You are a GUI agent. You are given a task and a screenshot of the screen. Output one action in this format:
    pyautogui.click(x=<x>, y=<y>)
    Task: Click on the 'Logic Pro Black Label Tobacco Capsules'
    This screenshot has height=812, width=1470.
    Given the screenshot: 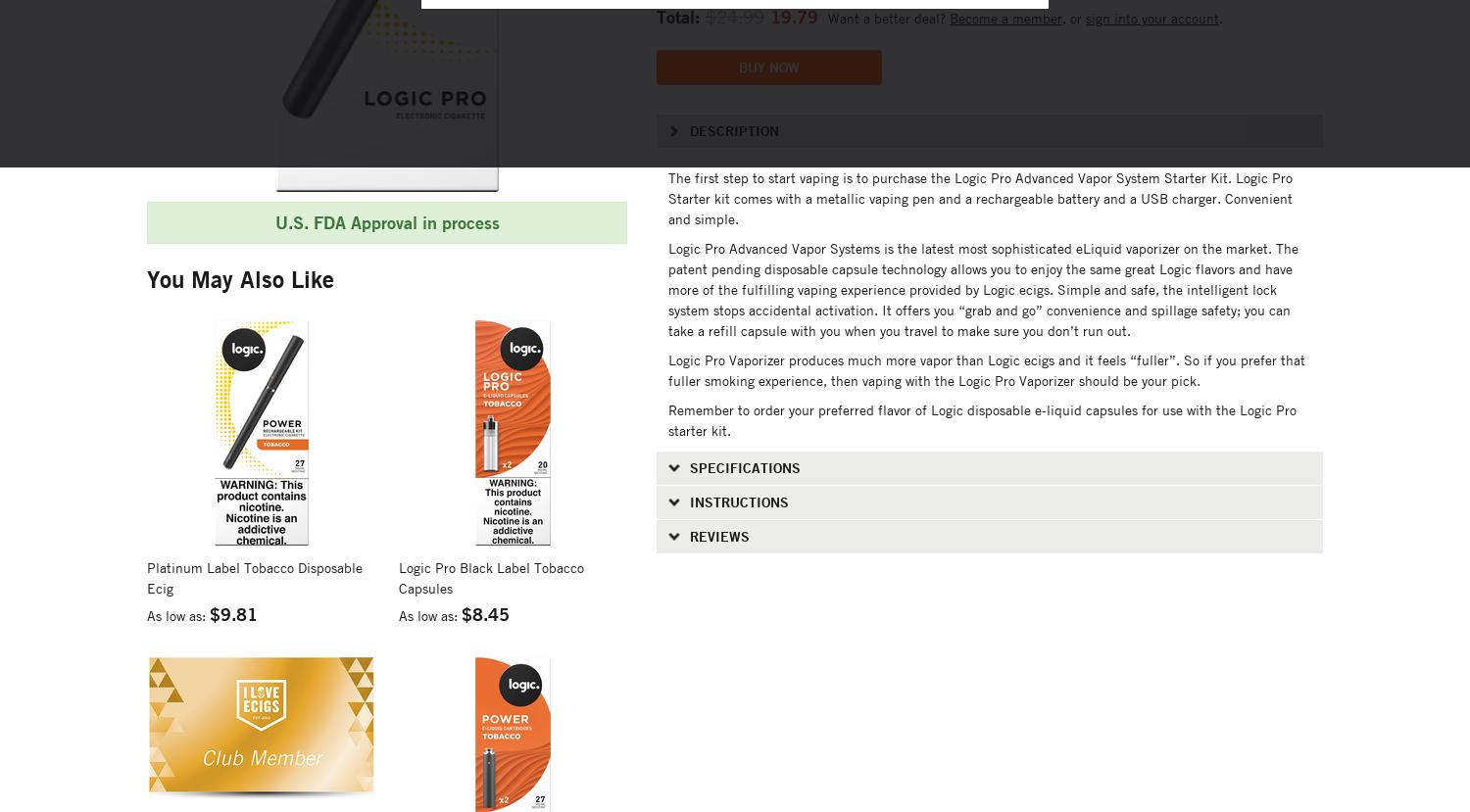 What is the action you would take?
    pyautogui.click(x=491, y=575)
    